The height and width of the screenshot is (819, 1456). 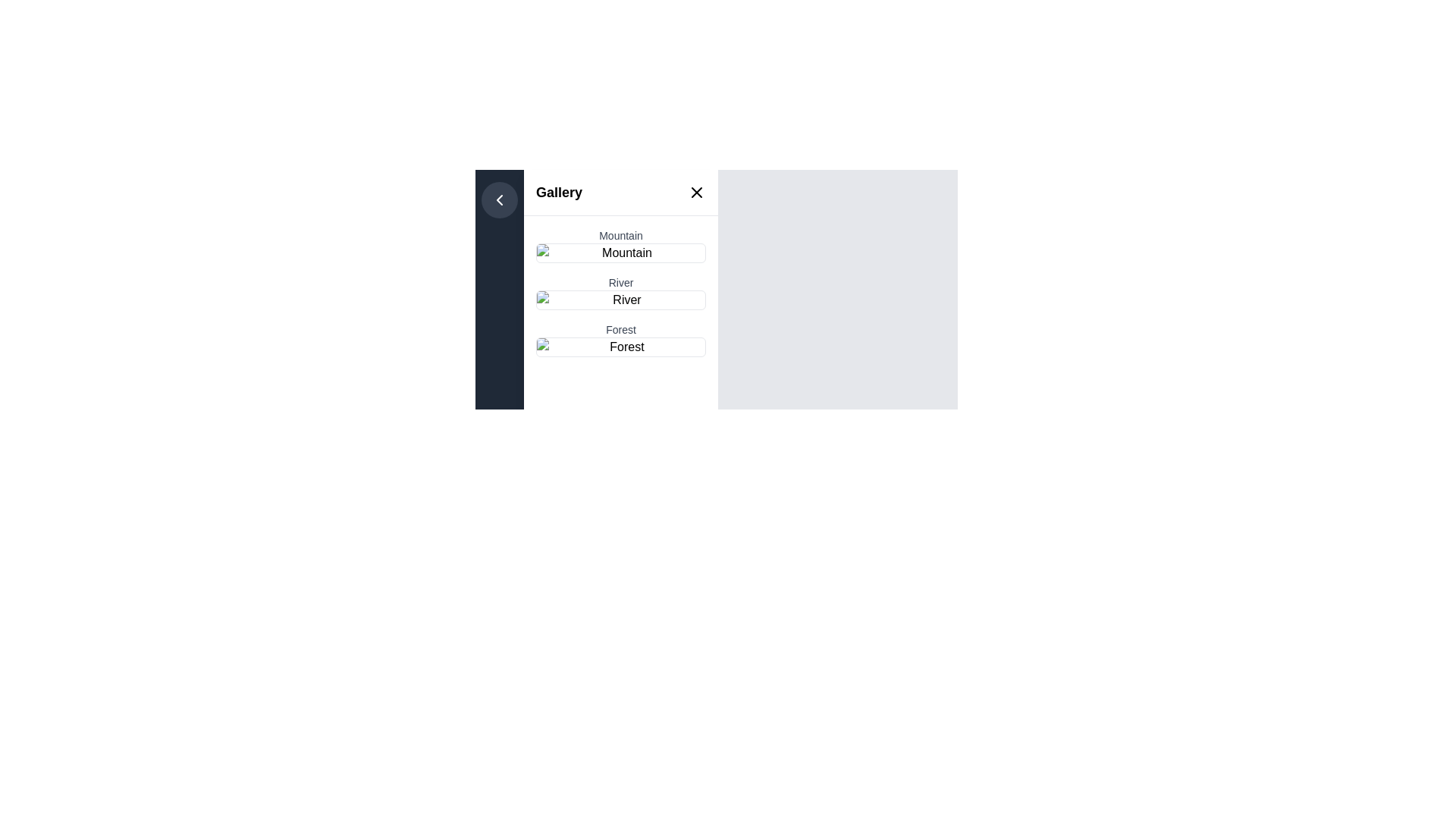 What do you see at coordinates (621, 329) in the screenshot?
I see `the Text label that provides information for the associated content item in the vertical list, specifically the fourth item listed, located between 'River' and 'Forest'` at bounding box center [621, 329].